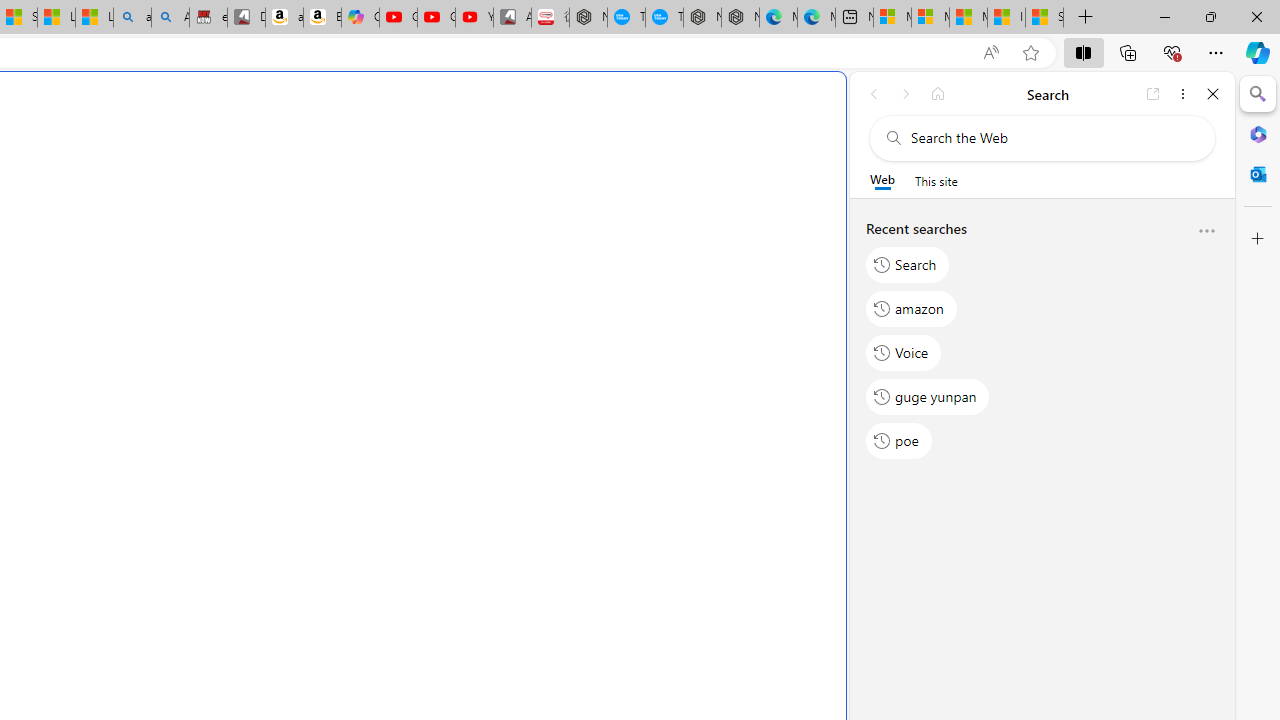 The width and height of the screenshot is (1280, 720). What do you see at coordinates (911, 308) in the screenshot?
I see `'amazon'` at bounding box center [911, 308].